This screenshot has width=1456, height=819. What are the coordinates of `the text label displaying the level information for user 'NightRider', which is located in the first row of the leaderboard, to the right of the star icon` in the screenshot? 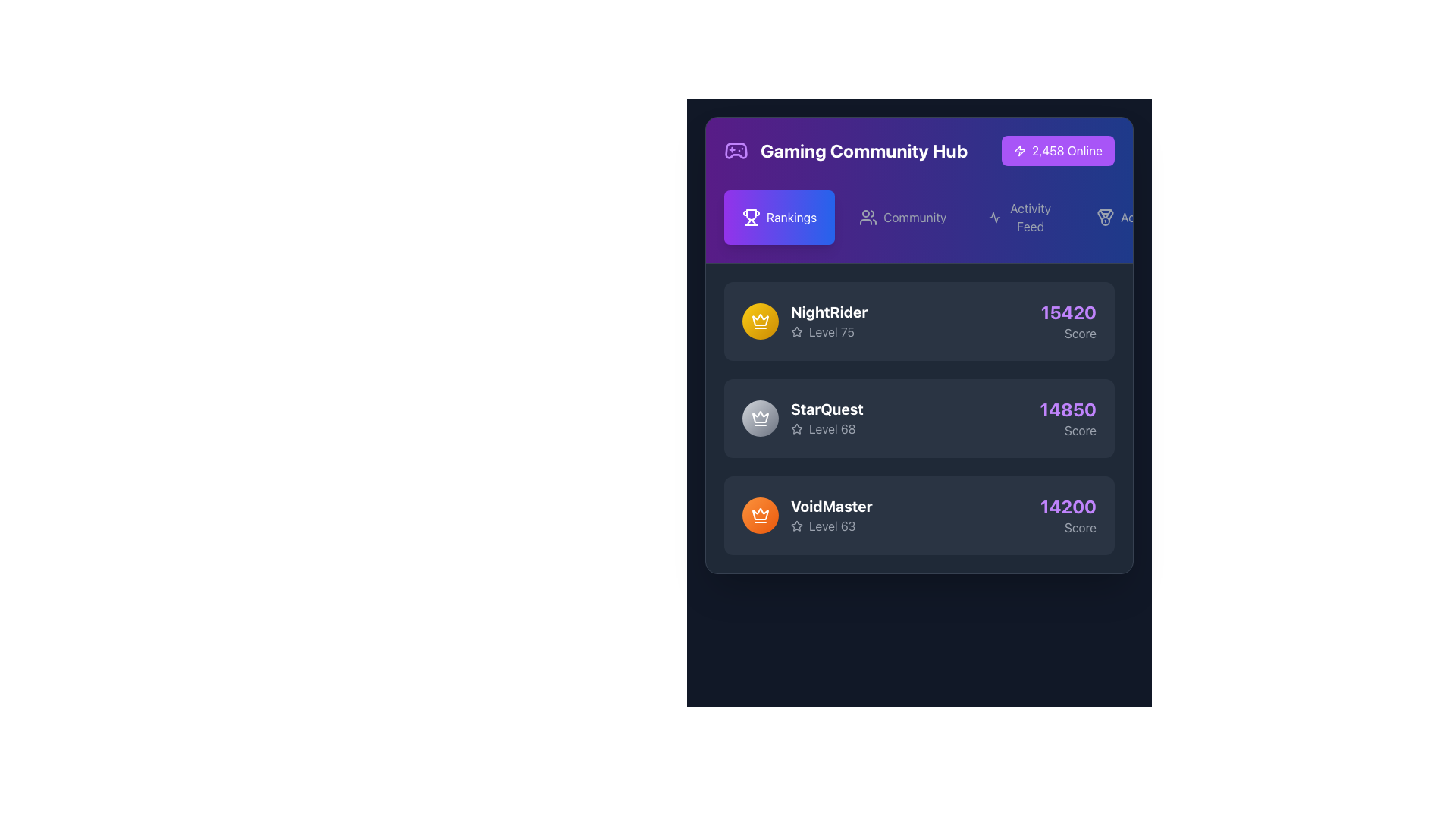 It's located at (831, 331).